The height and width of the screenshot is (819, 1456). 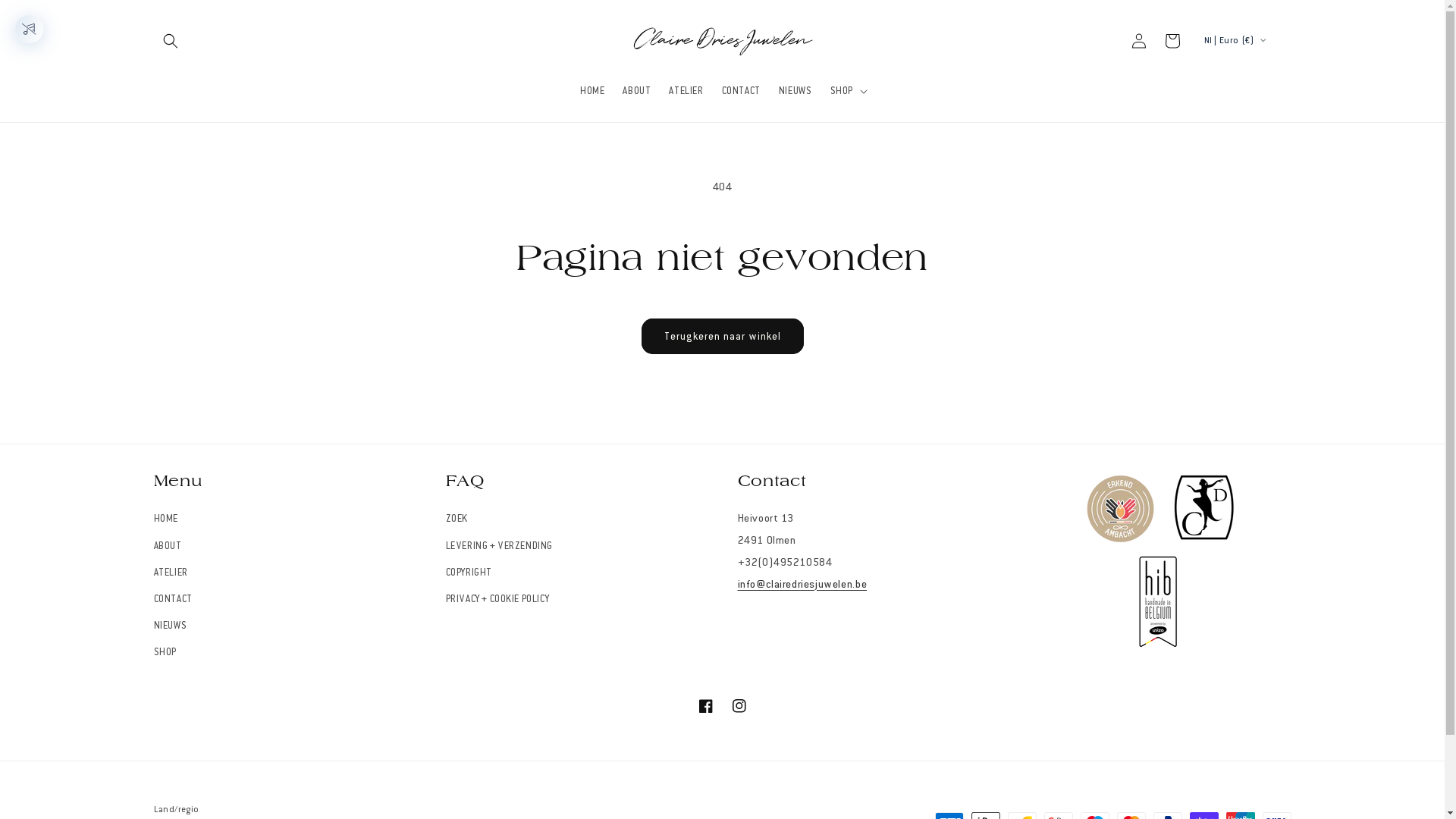 I want to click on 'ABOUT', so click(x=167, y=546).